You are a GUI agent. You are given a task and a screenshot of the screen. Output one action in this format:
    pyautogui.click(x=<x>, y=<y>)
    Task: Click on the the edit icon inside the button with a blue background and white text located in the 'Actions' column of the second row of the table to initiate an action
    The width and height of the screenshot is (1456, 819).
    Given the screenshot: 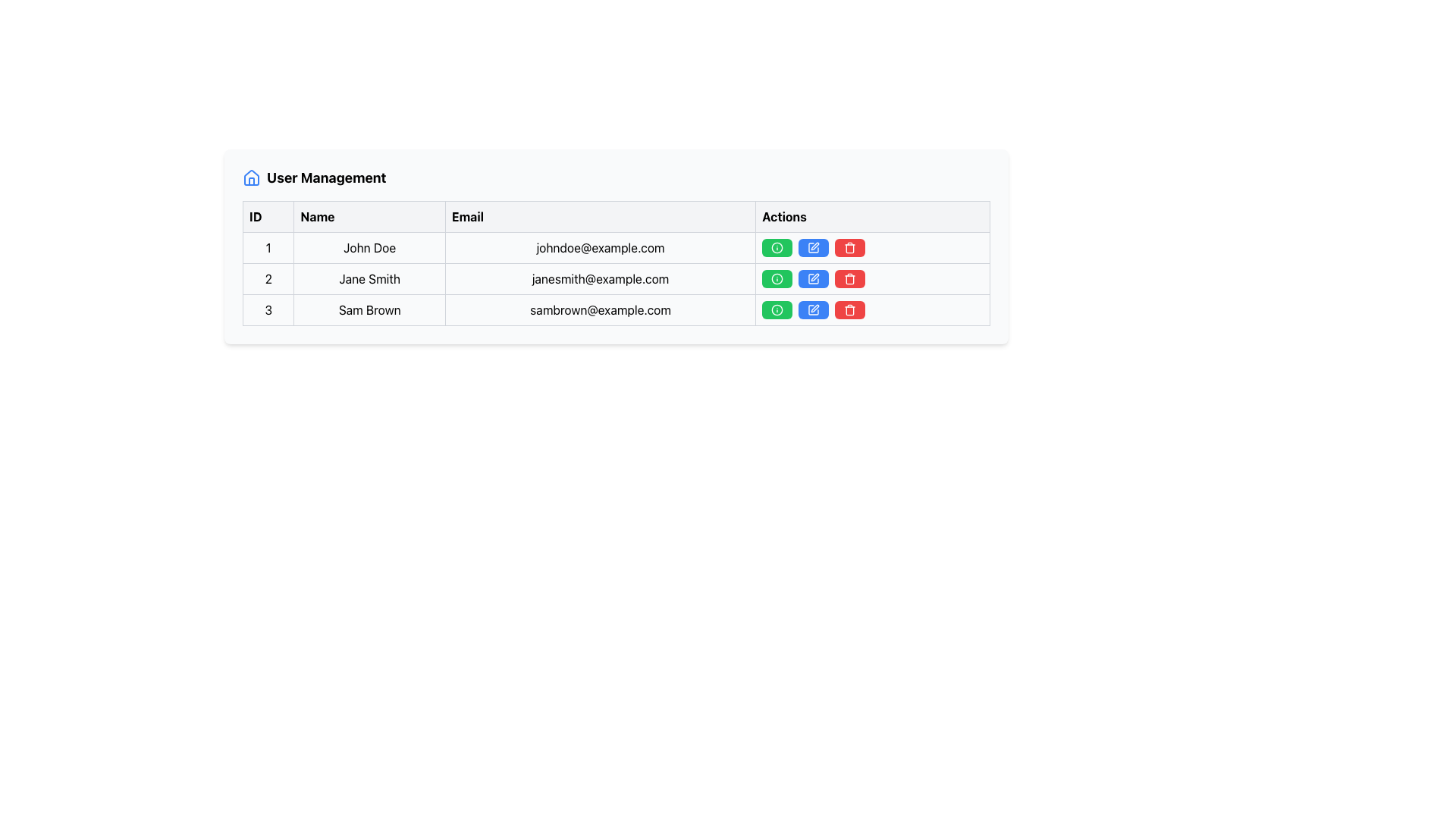 What is the action you would take?
    pyautogui.click(x=813, y=278)
    